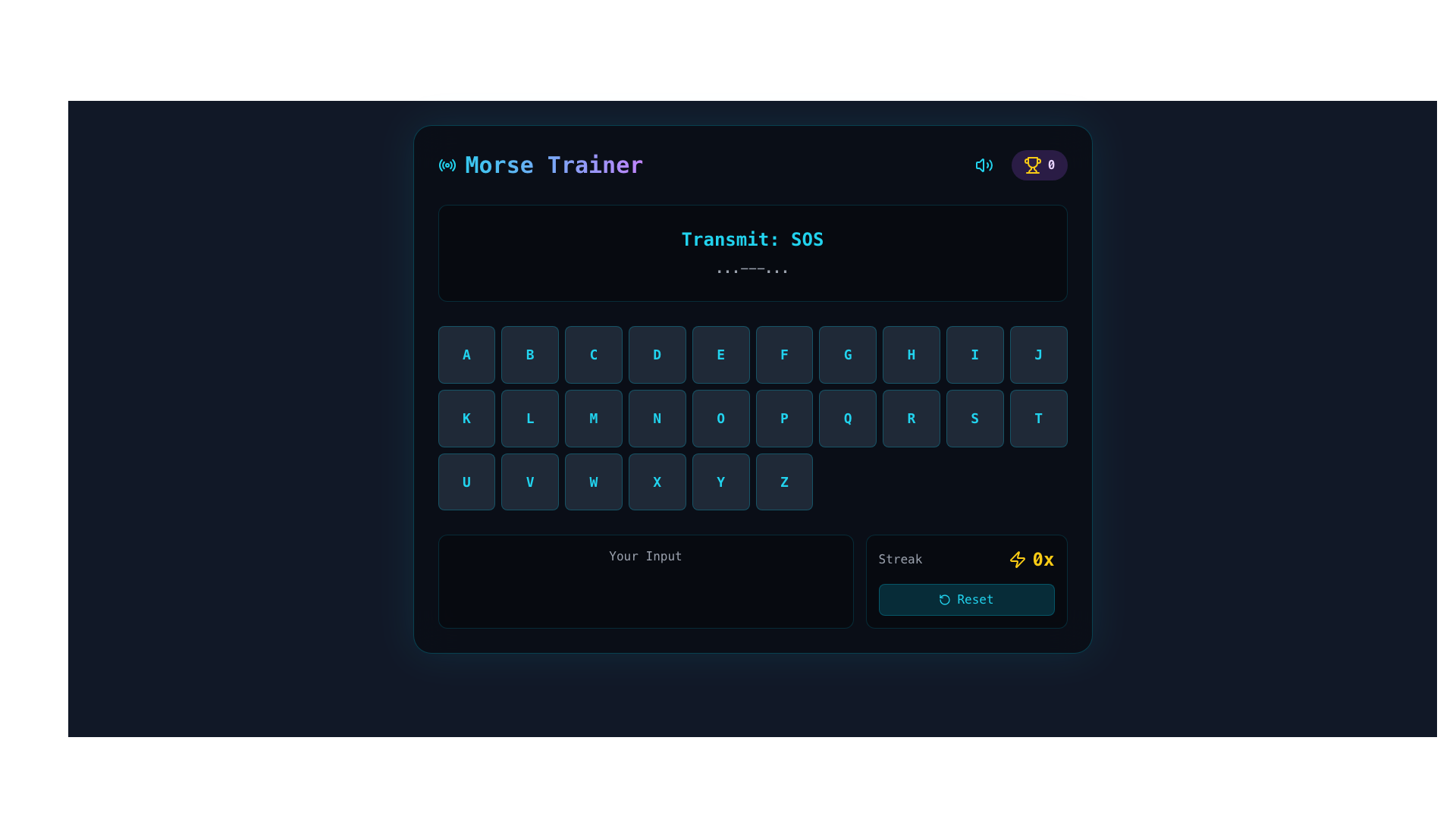 The height and width of the screenshot is (819, 1456). What do you see at coordinates (592, 354) in the screenshot?
I see `the label displaying the capital letter 'C' in cyan color, located in the third column of the first row of the grid in the Morse Trainer UI` at bounding box center [592, 354].